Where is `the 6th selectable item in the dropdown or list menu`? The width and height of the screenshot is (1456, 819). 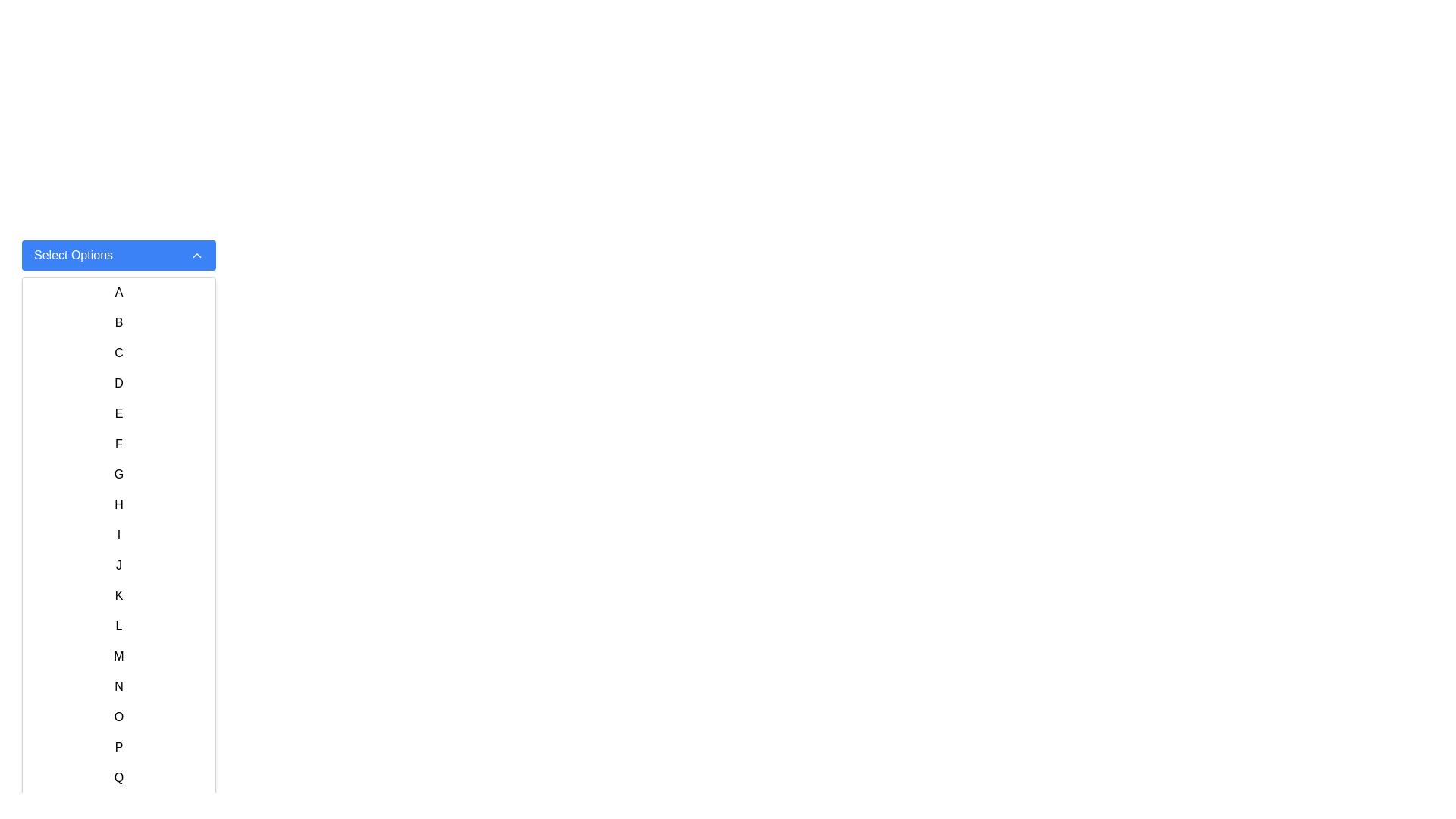
the 6th selectable item in the dropdown or list menu is located at coordinates (118, 444).